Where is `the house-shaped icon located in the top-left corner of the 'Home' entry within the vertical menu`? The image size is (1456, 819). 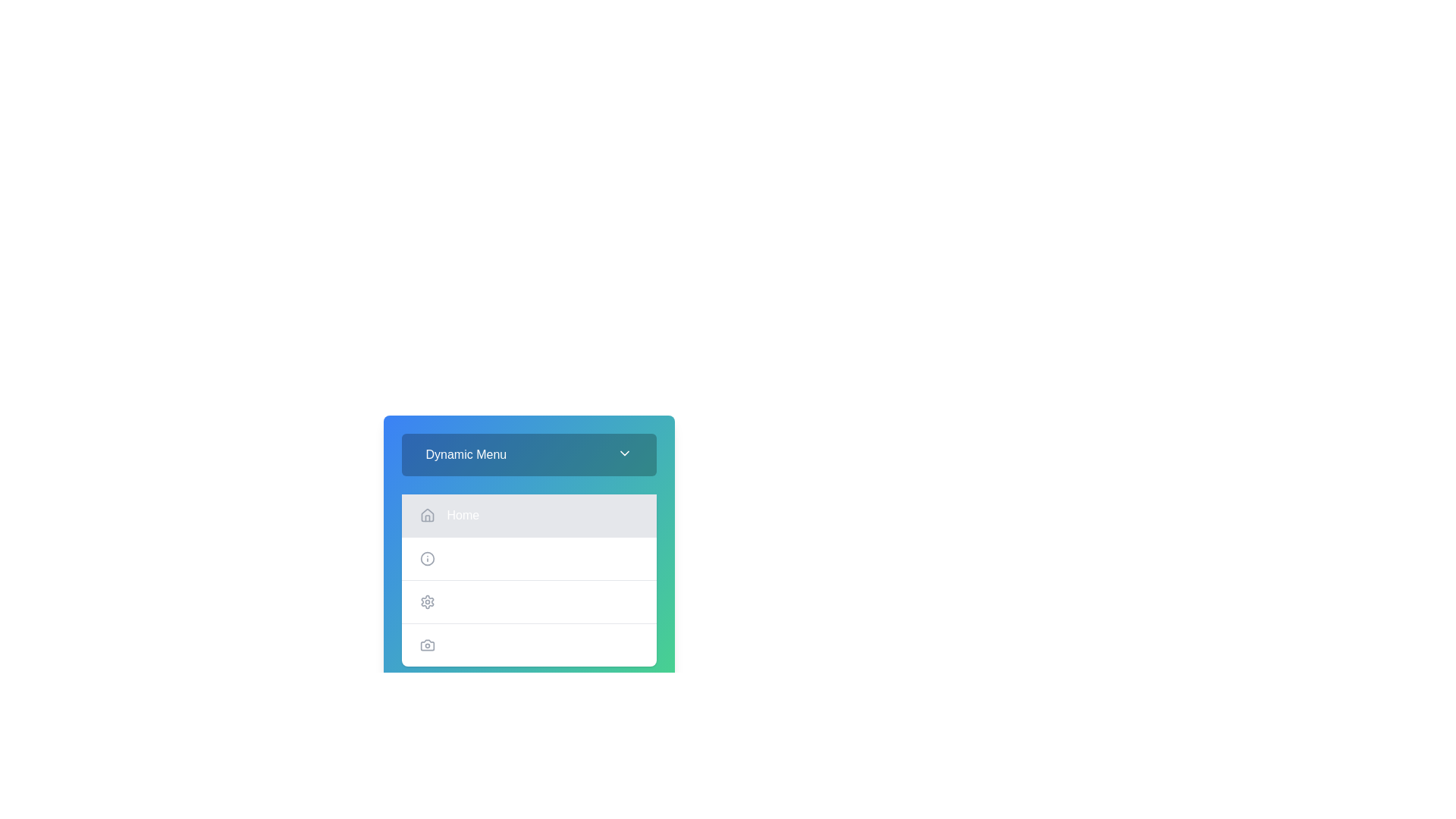
the house-shaped icon located in the top-left corner of the 'Home' entry within the vertical menu is located at coordinates (426, 514).